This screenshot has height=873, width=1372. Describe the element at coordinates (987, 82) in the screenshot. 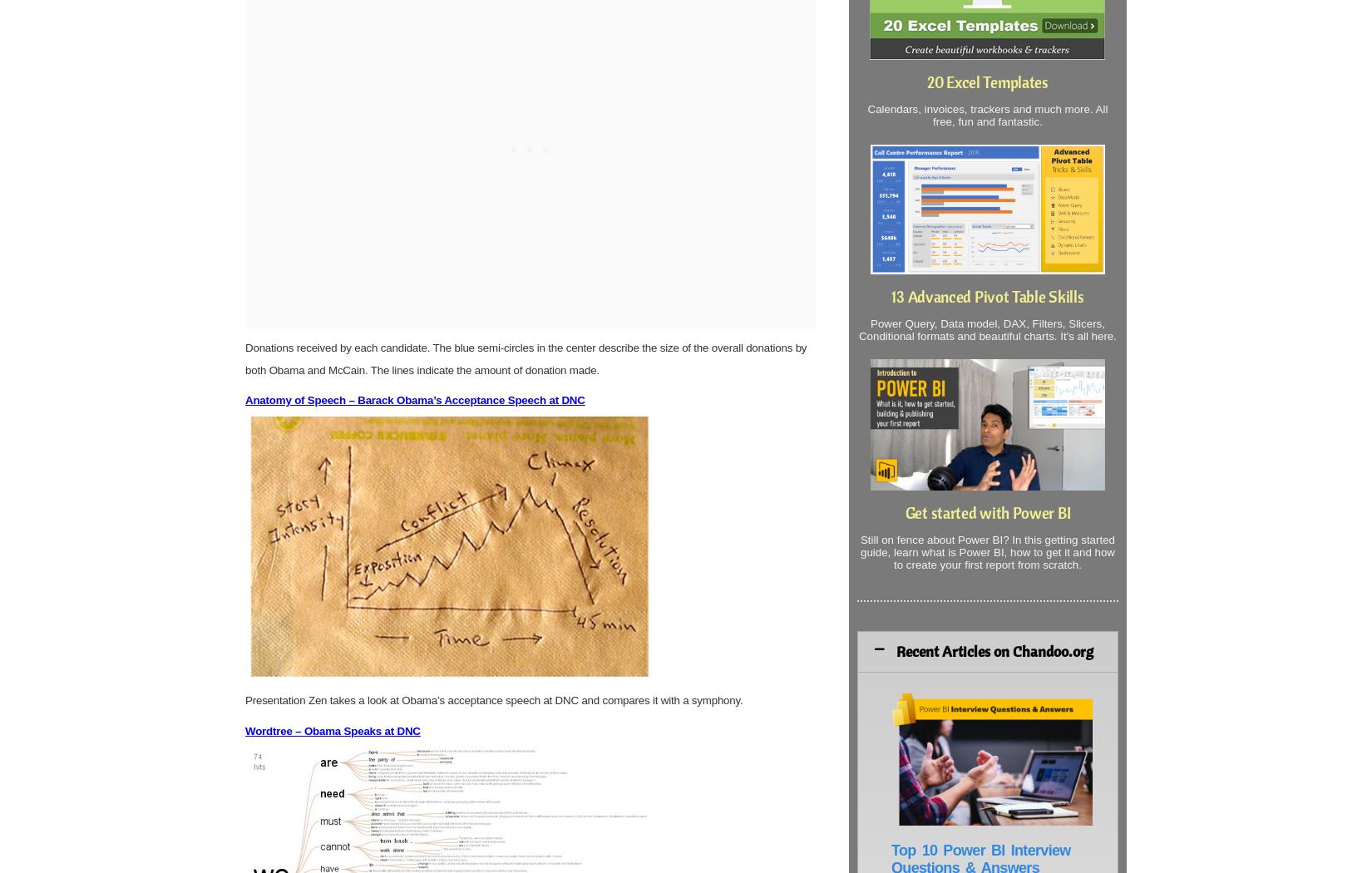

I see `'20 Excel Templates'` at that location.